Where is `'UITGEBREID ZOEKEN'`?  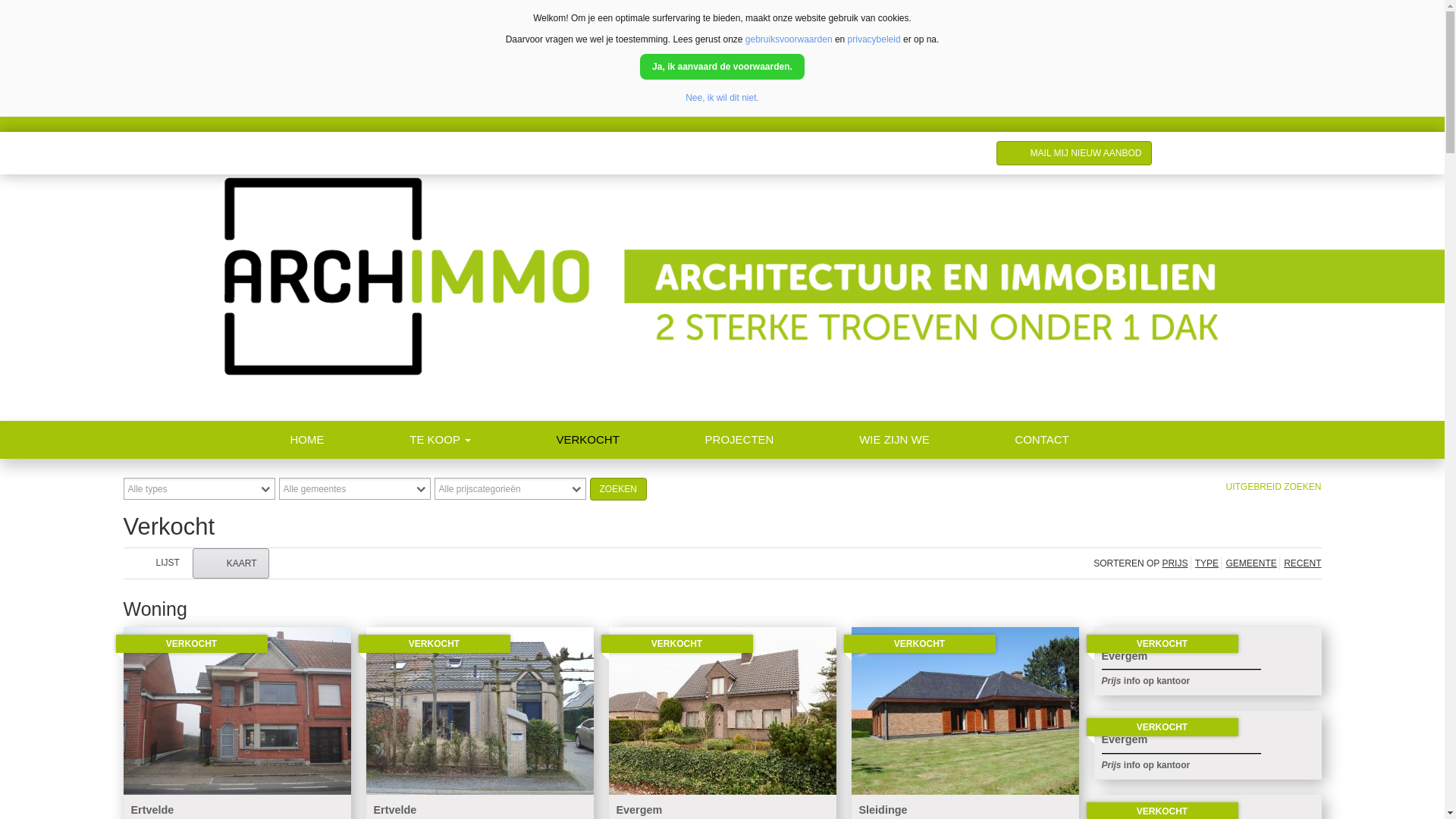 'UITGEBREID ZOEKEN' is located at coordinates (1225, 486).